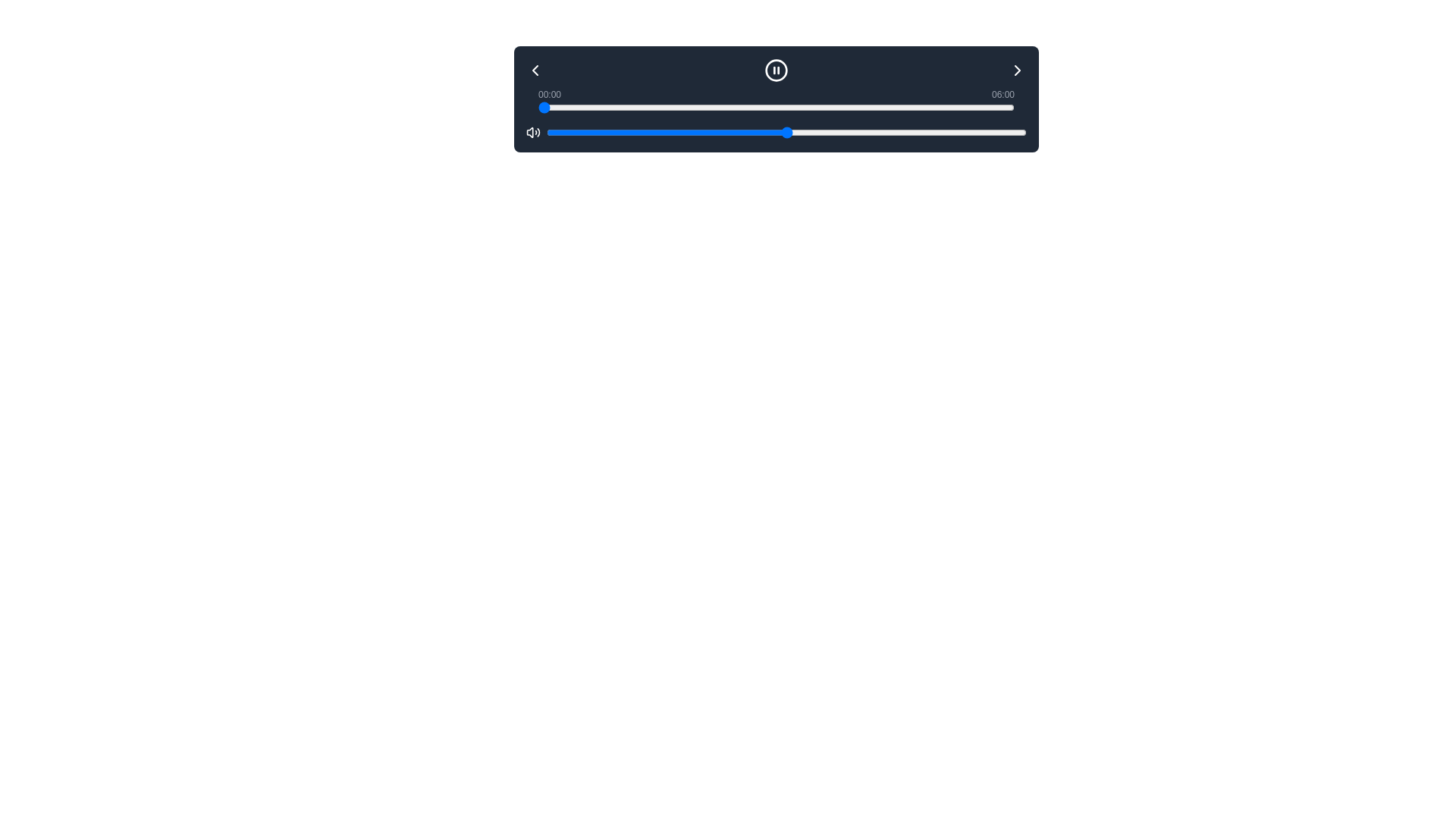 This screenshot has height=819, width=1456. Describe the element at coordinates (690, 131) in the screenshot. I see `volume` at that location.